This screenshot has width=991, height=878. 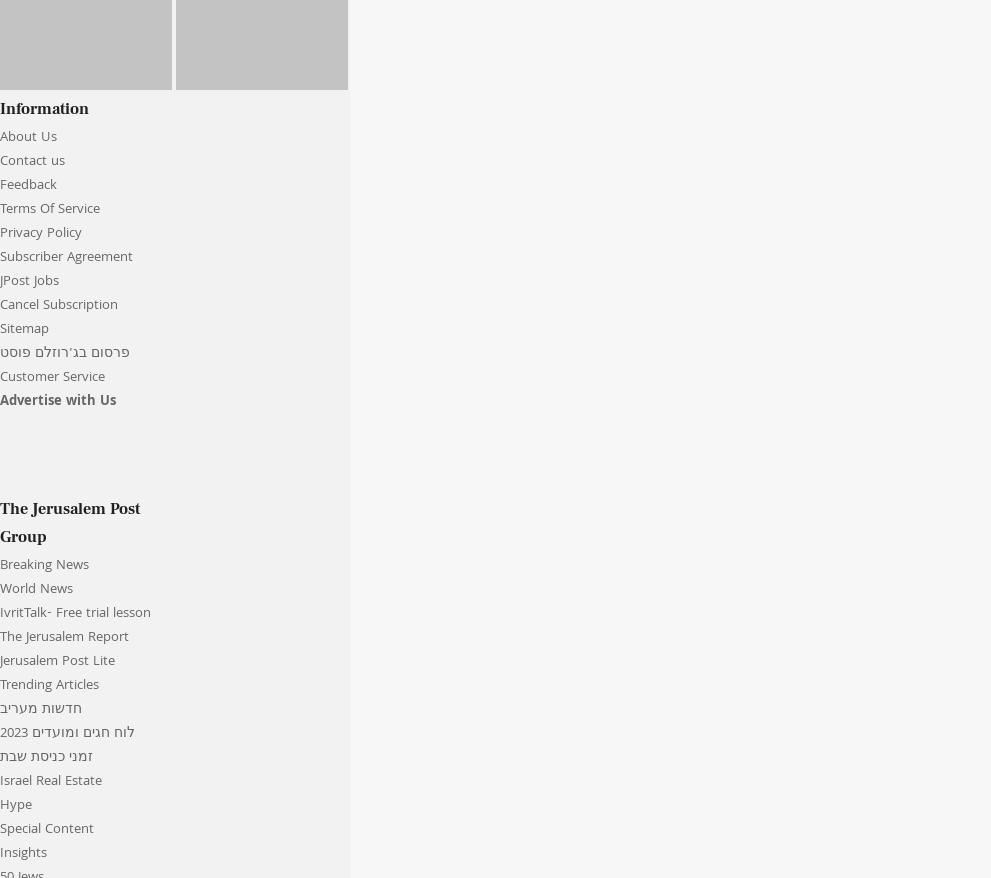 What do you see at coordinates (22, 854) in the screenshot?
I see `'Insights'` at bounding box center [22, 854].